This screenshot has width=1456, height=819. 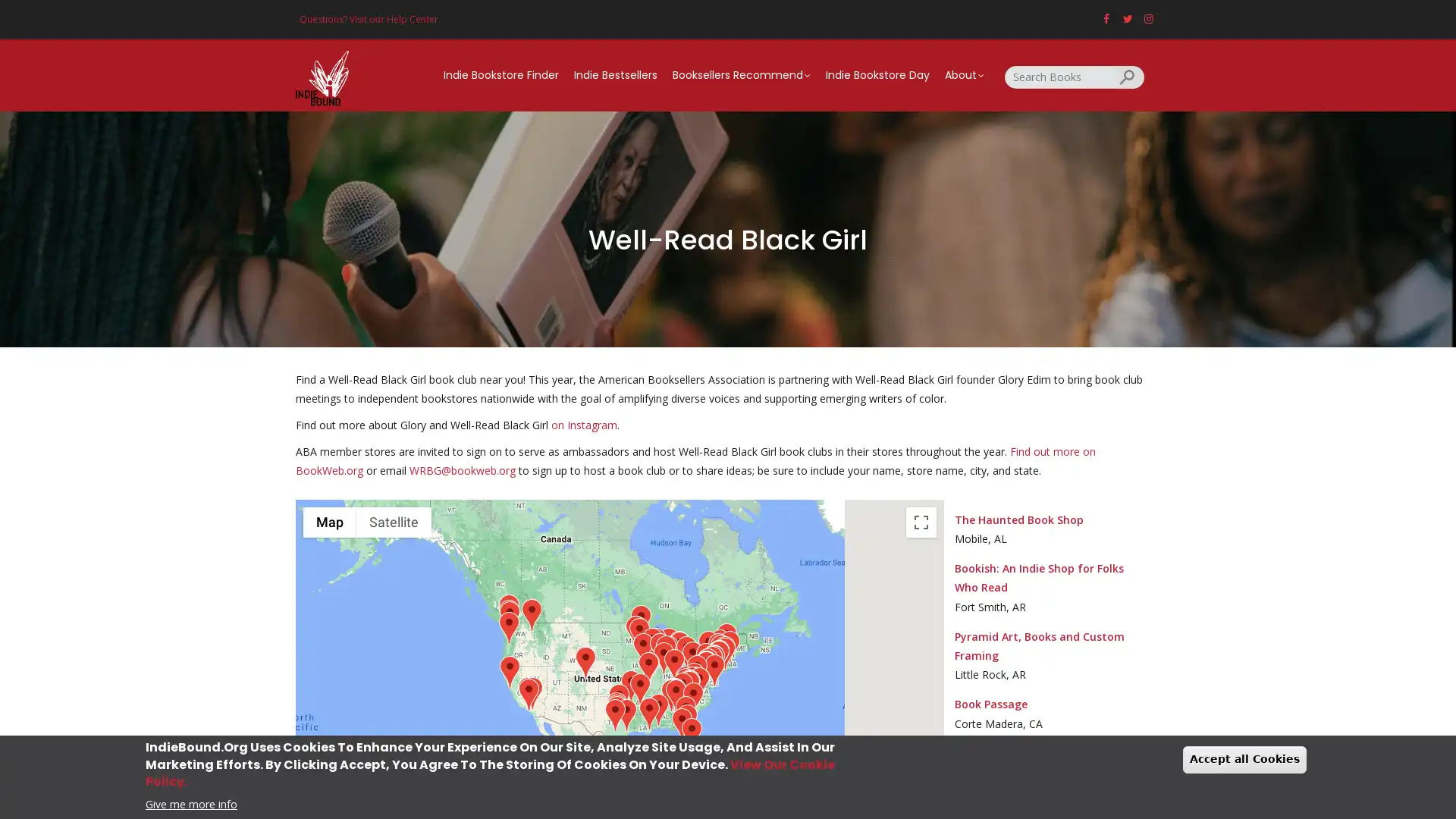 What do you see at coordinates (659, 648) in the screenshot?
I see `Women & Children First` at bounding box center [659, 648].